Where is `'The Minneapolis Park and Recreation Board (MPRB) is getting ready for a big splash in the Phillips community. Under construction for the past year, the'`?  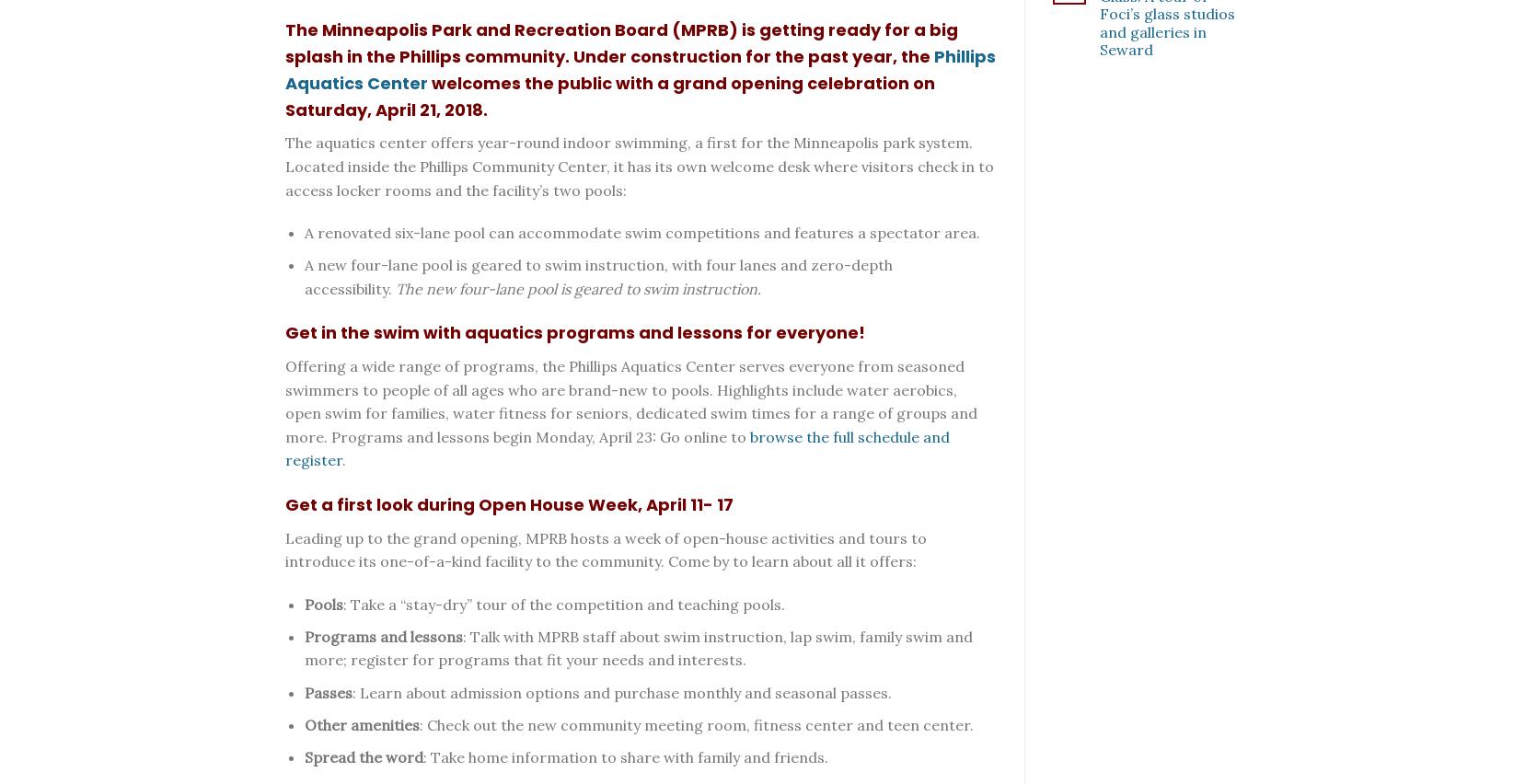 'The Minneapolis Park and Recreation Board (MPRB) is getting ready for a big splash in the Phillips community. Under construction for the past year, the' is located at coordinates (621, 43).